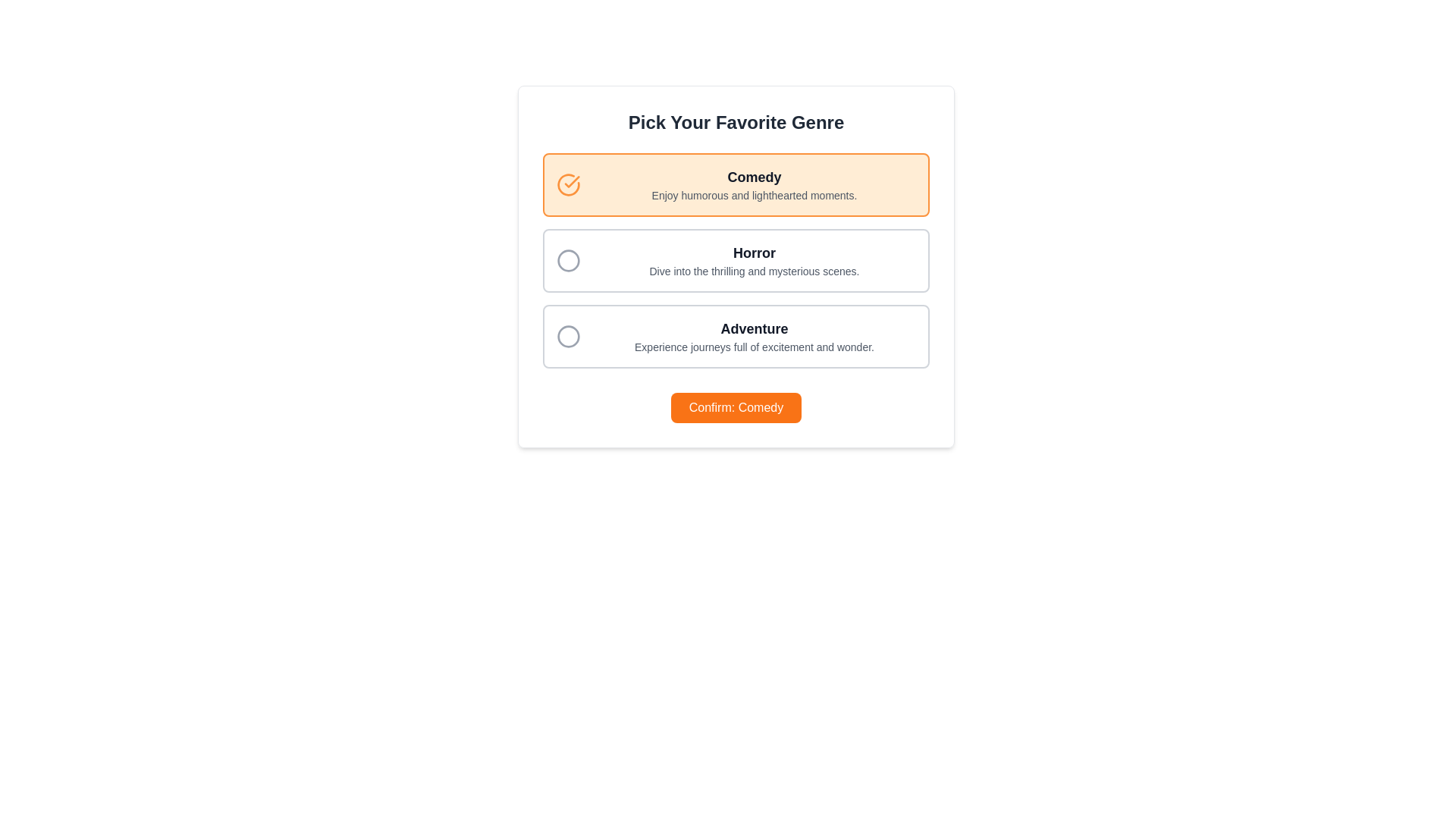  Describe the element at coordinates (567, 259) in the screenshot. I see `the second circular icon from the top in the list of genre options, which represents the 'Horror' genre` at that location.